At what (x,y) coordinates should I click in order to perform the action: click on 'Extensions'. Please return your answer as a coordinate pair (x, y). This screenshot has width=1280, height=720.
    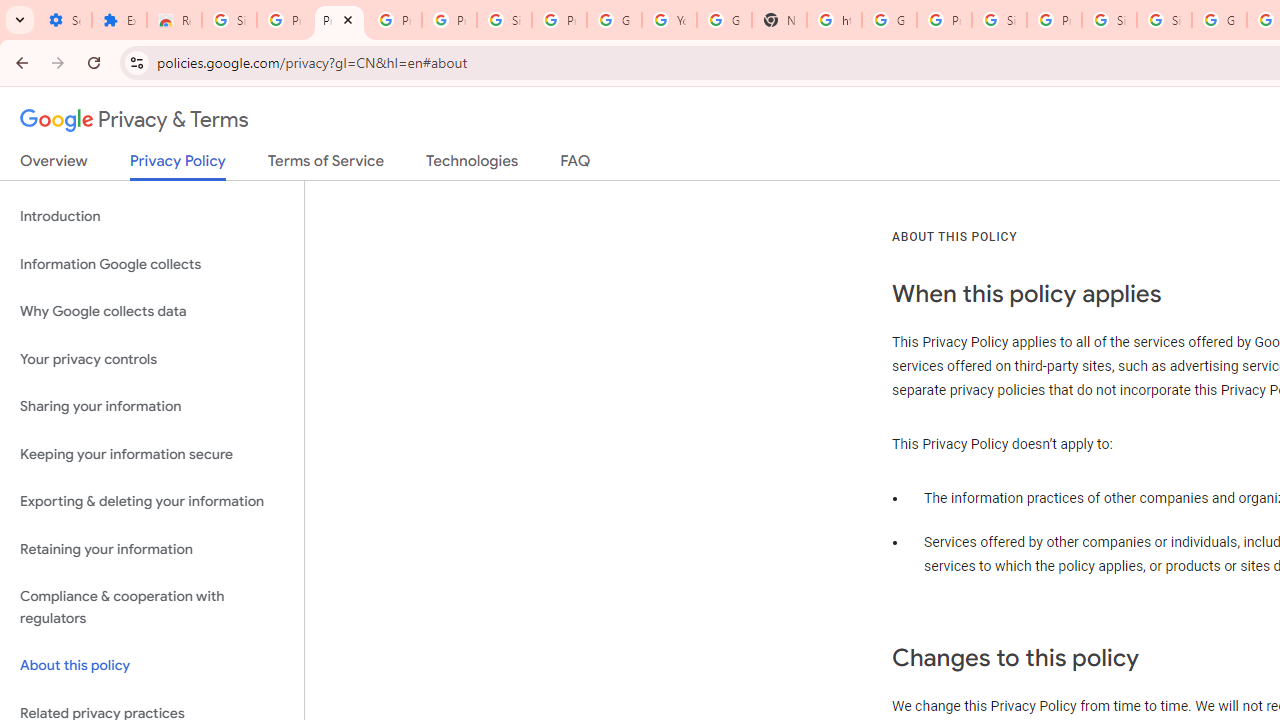
    Looking at the image, I should click on (118, 20).